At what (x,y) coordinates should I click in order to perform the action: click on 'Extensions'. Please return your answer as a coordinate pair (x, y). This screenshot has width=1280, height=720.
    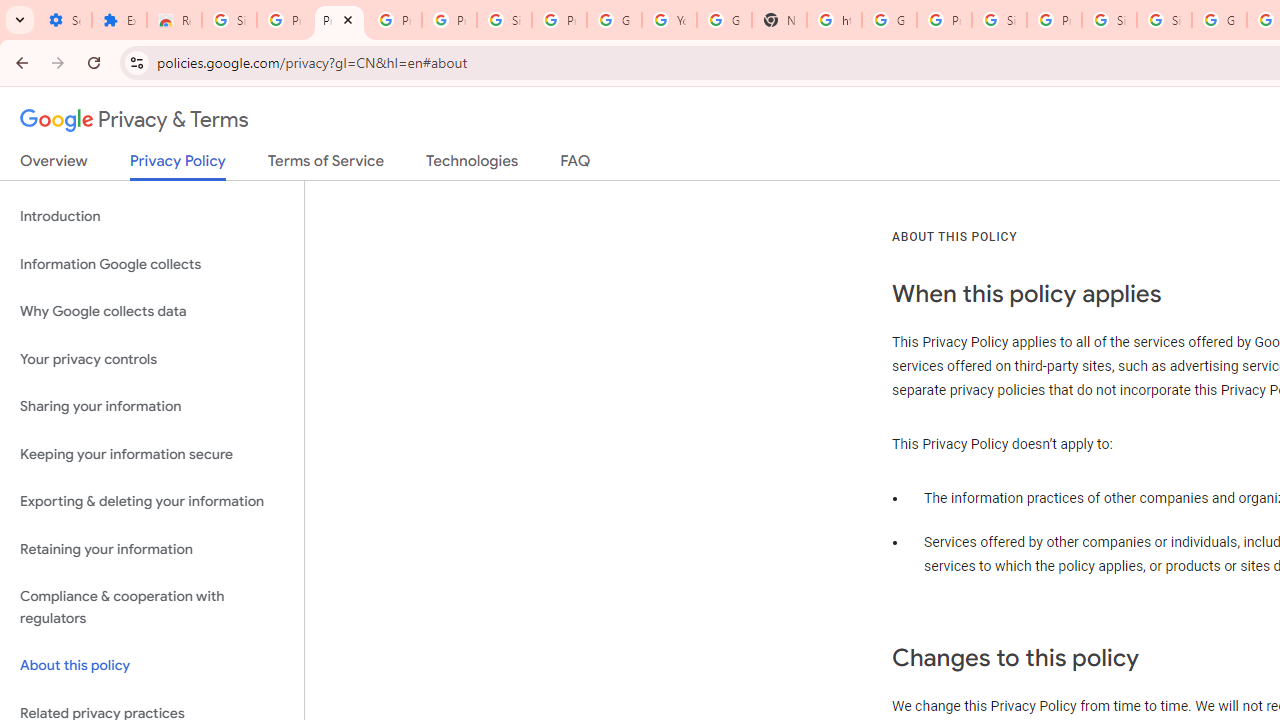
    Looking at the image, I should click on (118, 20).